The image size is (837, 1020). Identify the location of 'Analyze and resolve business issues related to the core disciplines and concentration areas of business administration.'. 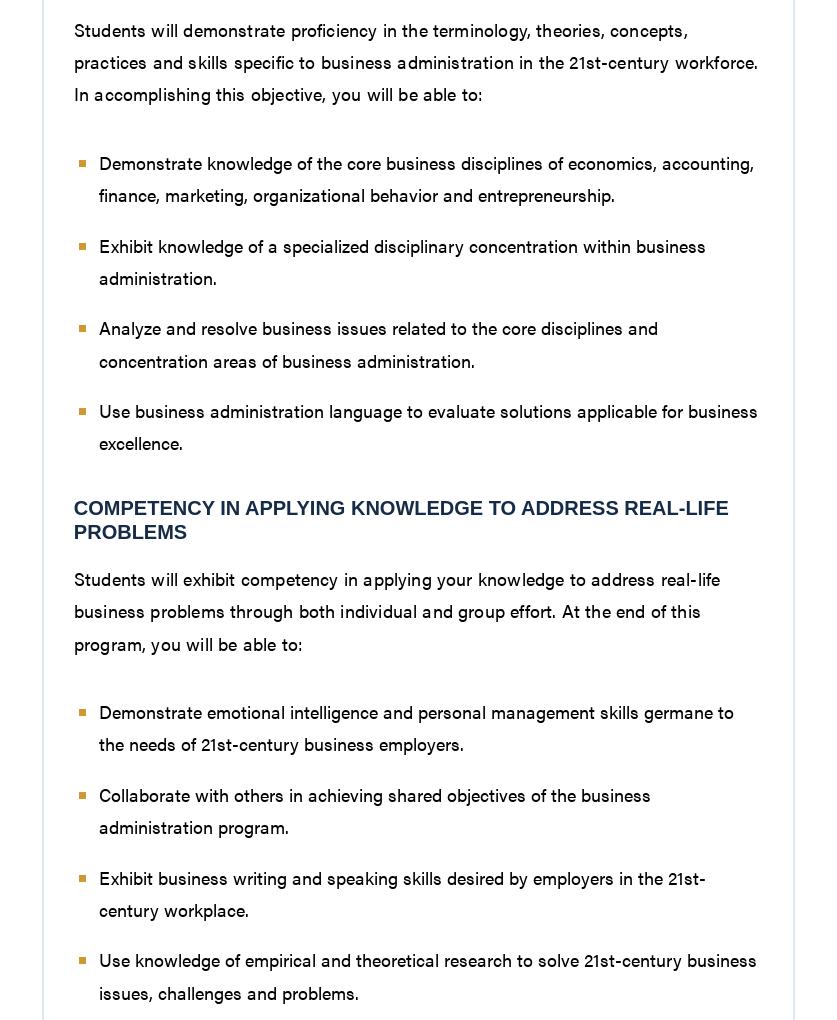
(377, 342).